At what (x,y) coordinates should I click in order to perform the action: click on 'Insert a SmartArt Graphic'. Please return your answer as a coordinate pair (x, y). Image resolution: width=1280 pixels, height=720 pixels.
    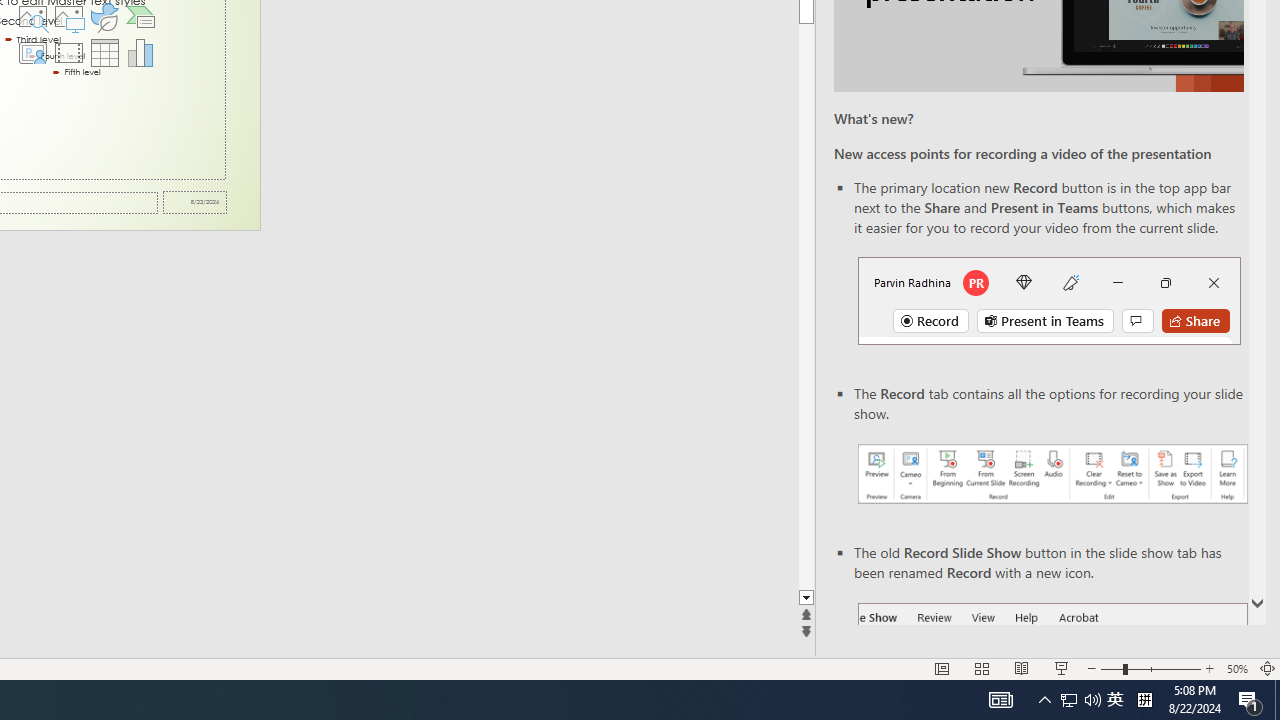
    Looking at the image, I should click on (140, 16).